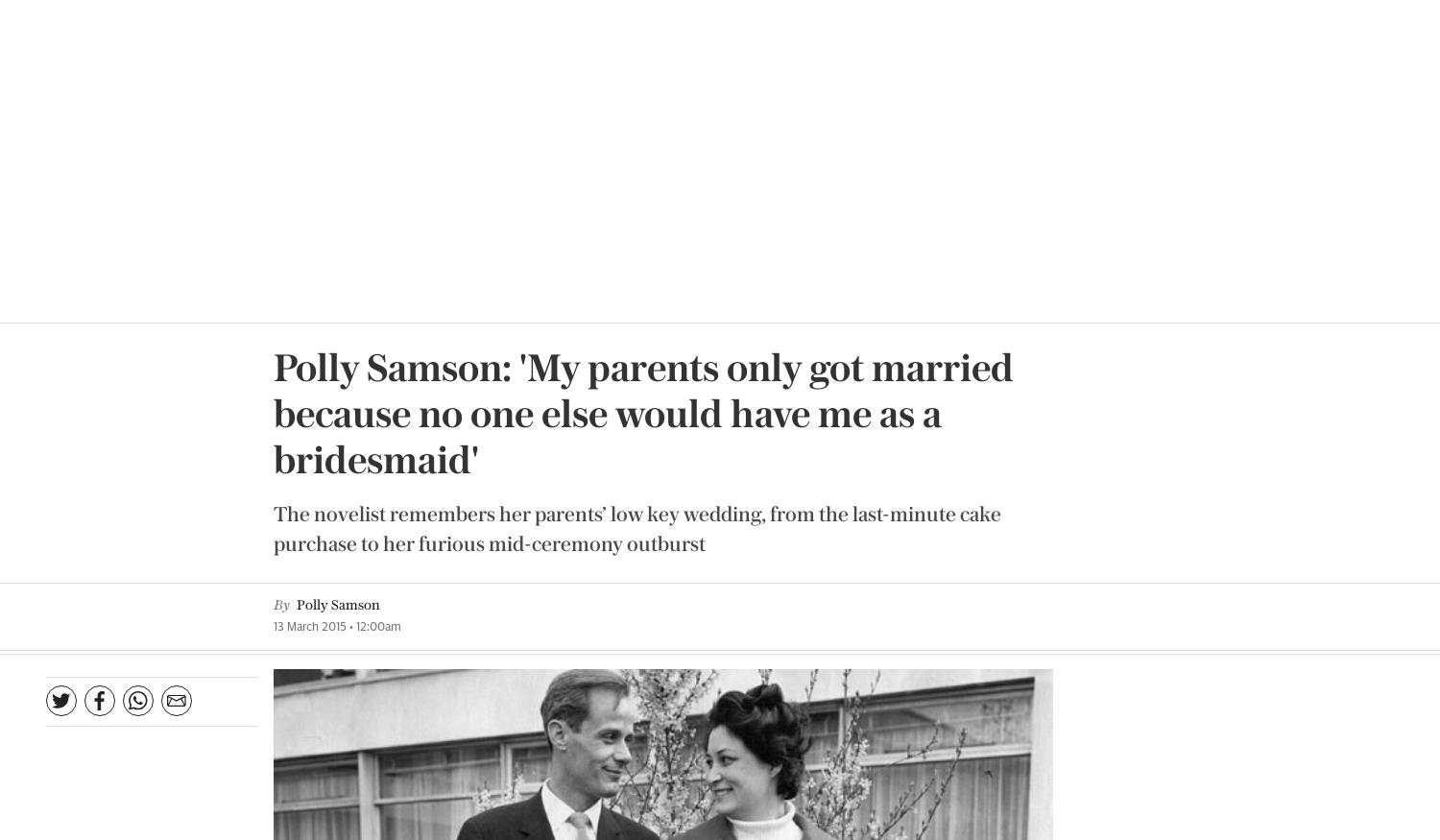 Image resolution: width=1440 pixels, height=840 pixels. I want to click on 'Gary Lineker is making an utter fool of himself over Israel', so click(1249, 507).